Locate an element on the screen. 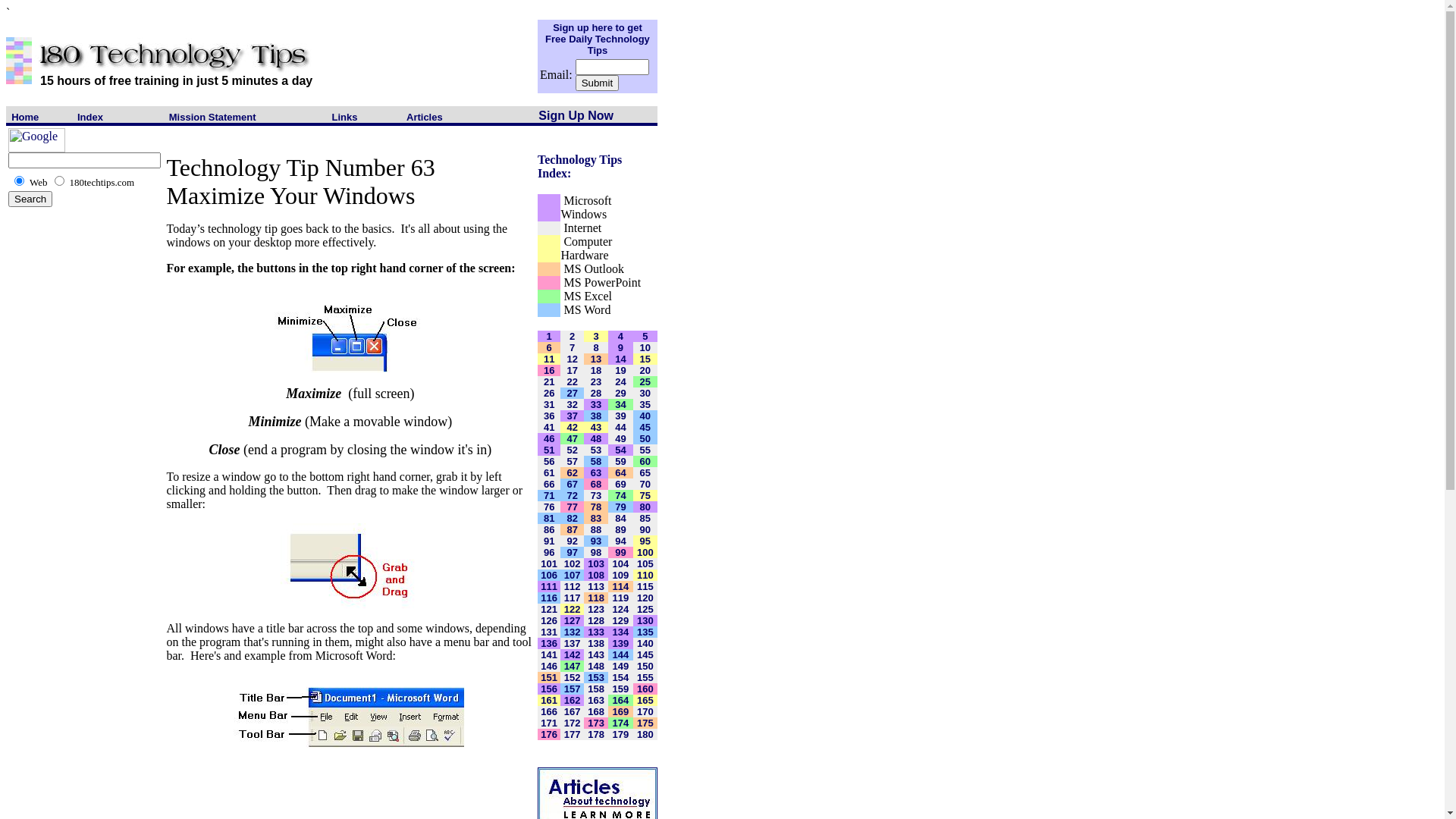 The image size is (1456, 819). '103' is located at coordinates (595, 563).